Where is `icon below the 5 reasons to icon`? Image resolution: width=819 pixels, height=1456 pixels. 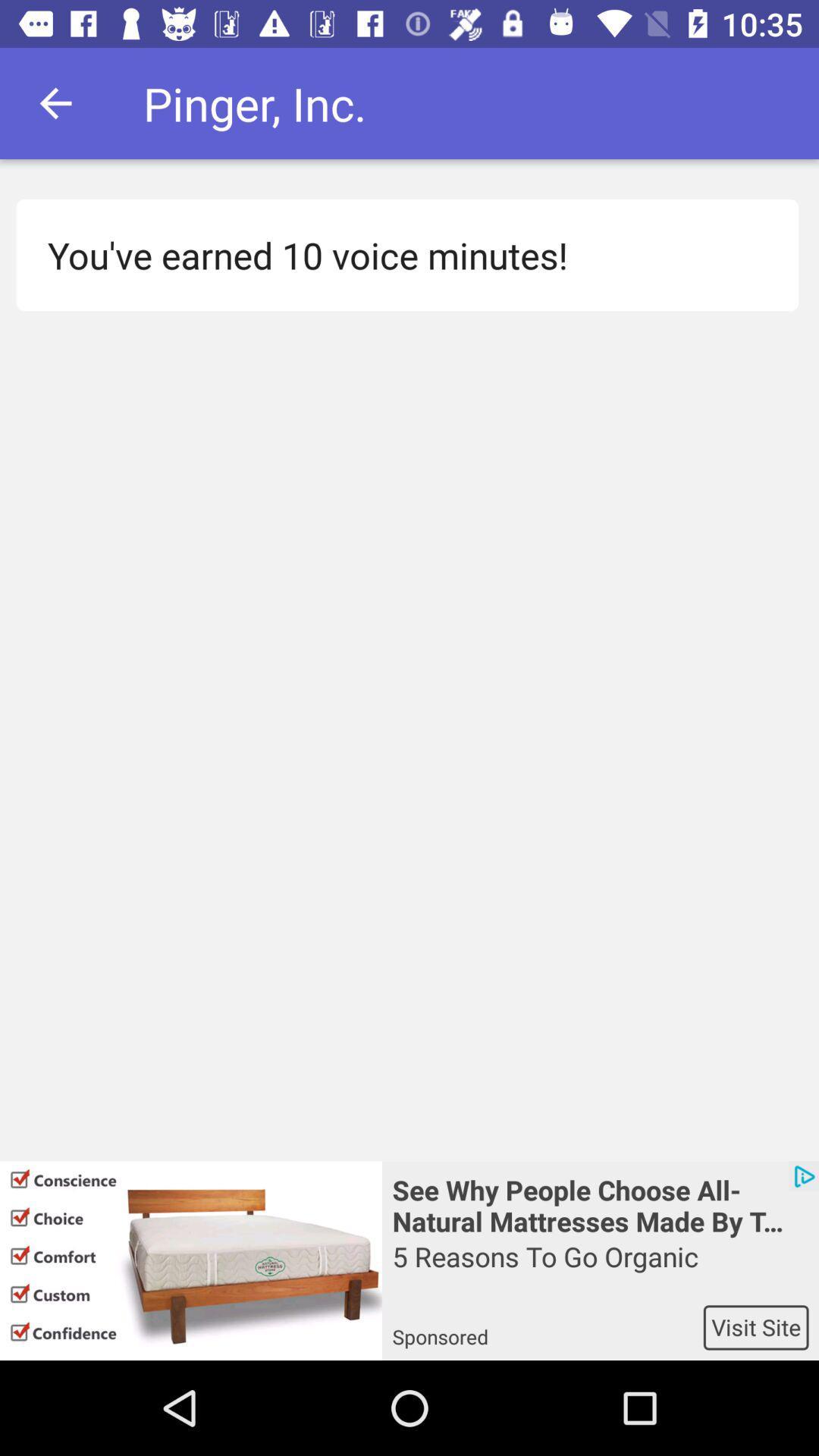 icon below the 5 reasons to icon is located at coordinates (756, 1326).